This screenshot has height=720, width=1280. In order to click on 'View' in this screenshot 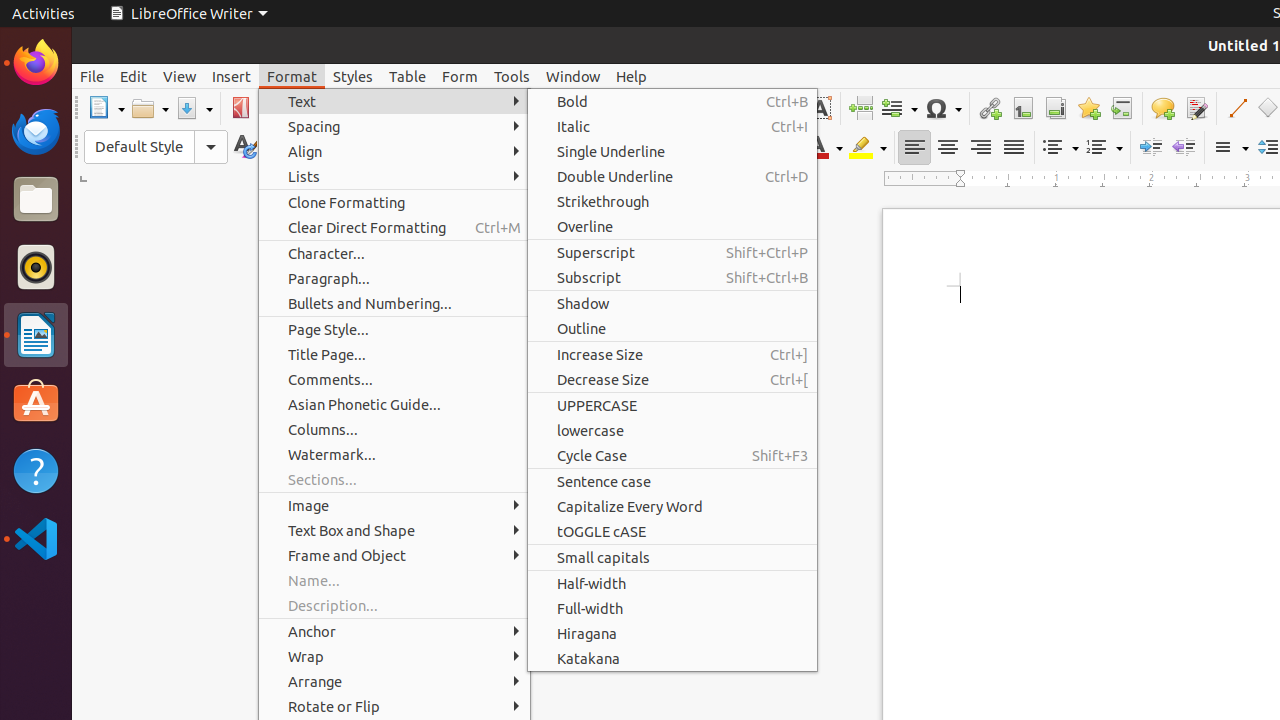, I will do `click(179, 75)`.